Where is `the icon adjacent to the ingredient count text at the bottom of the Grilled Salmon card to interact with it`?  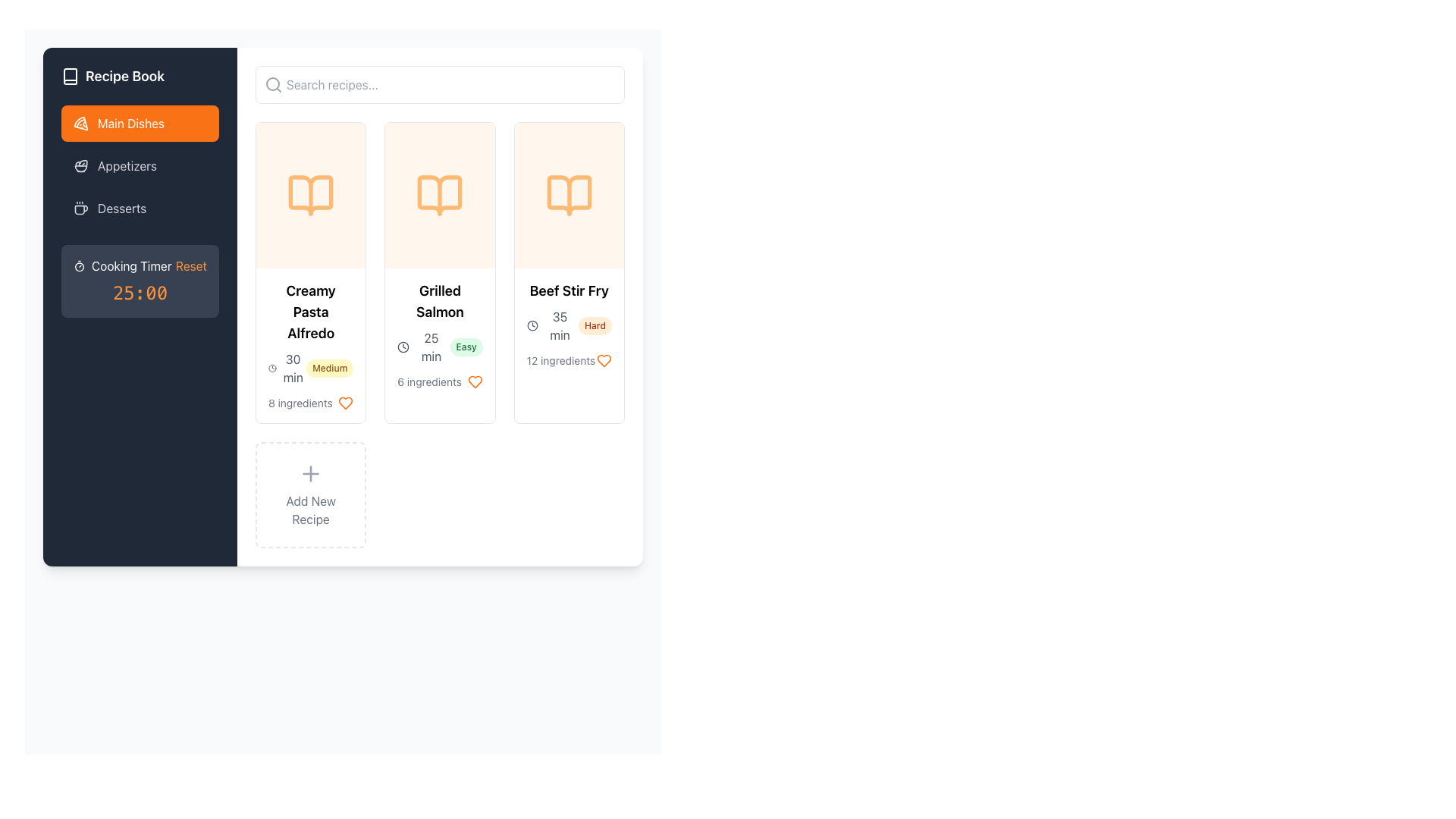
the icon adjacent to the ingredient count text at the bottom of the Grilled Salmon card to interact with it is located at coordinates (439, 381).